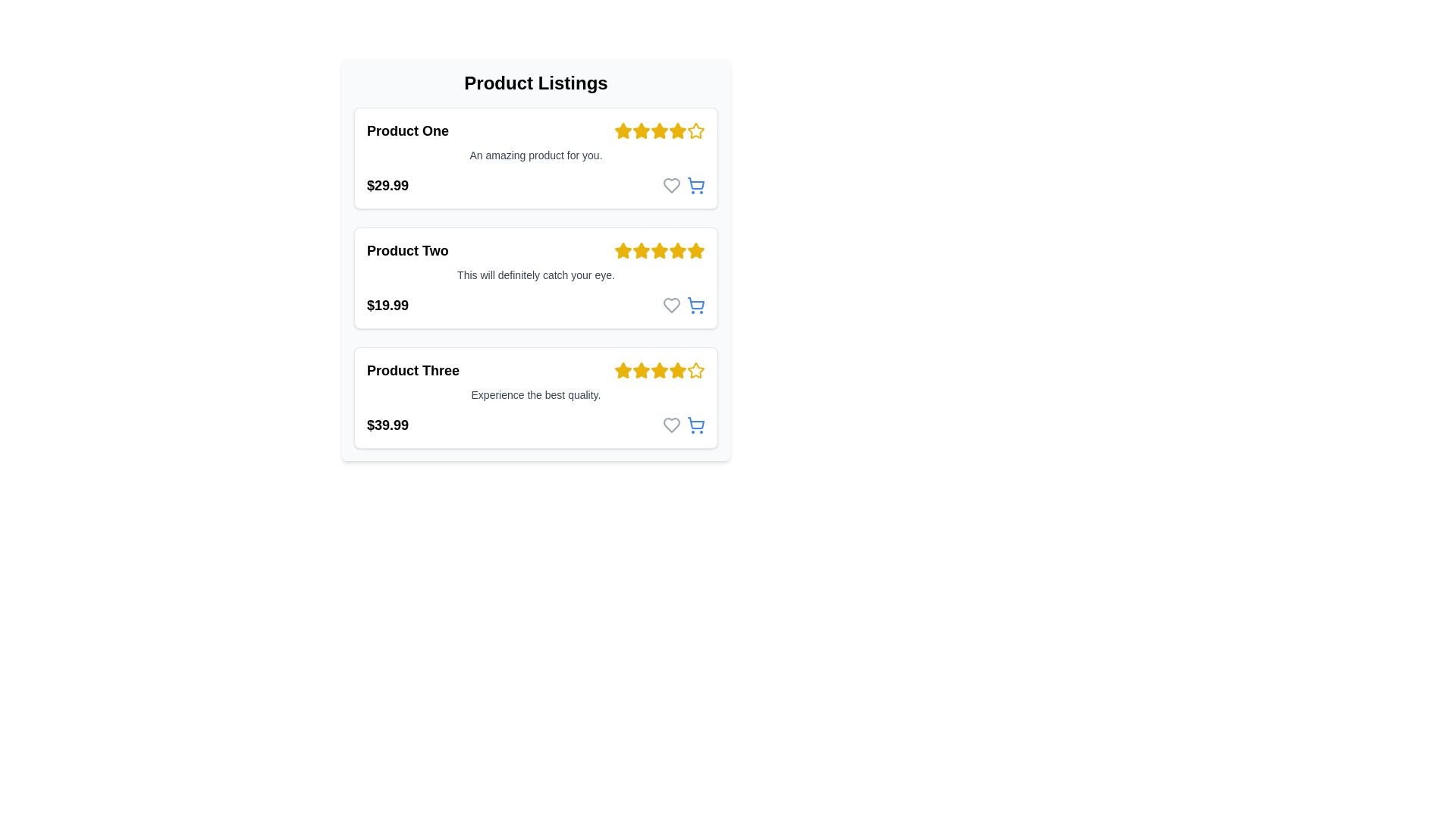 Image resolution: width=1456 pixels, height=819 pixels. I want to click on the third star icon in the 5-star rating system for 'Product Two' to interact with the rating component, so click(641, 249).